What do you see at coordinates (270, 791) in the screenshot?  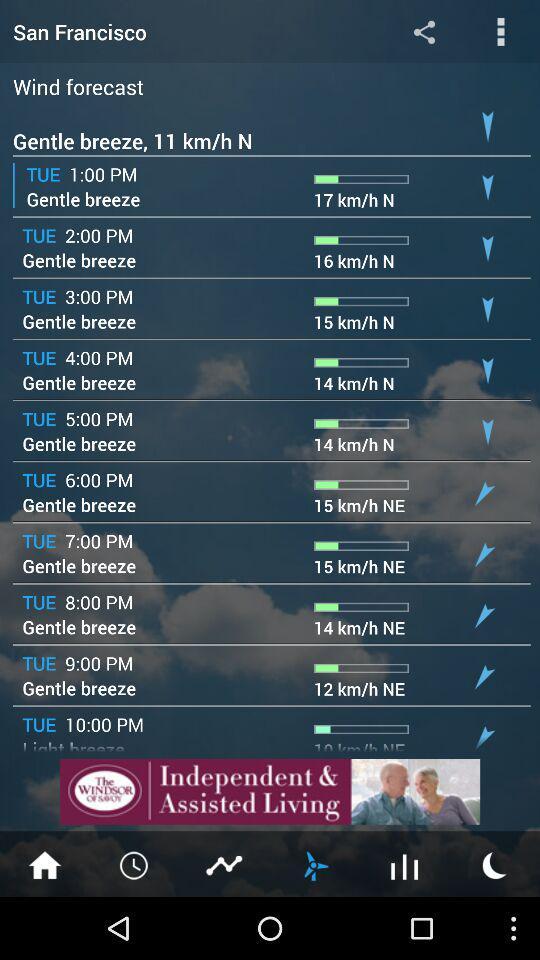 I see `view add` at bounding box center [270, 791].